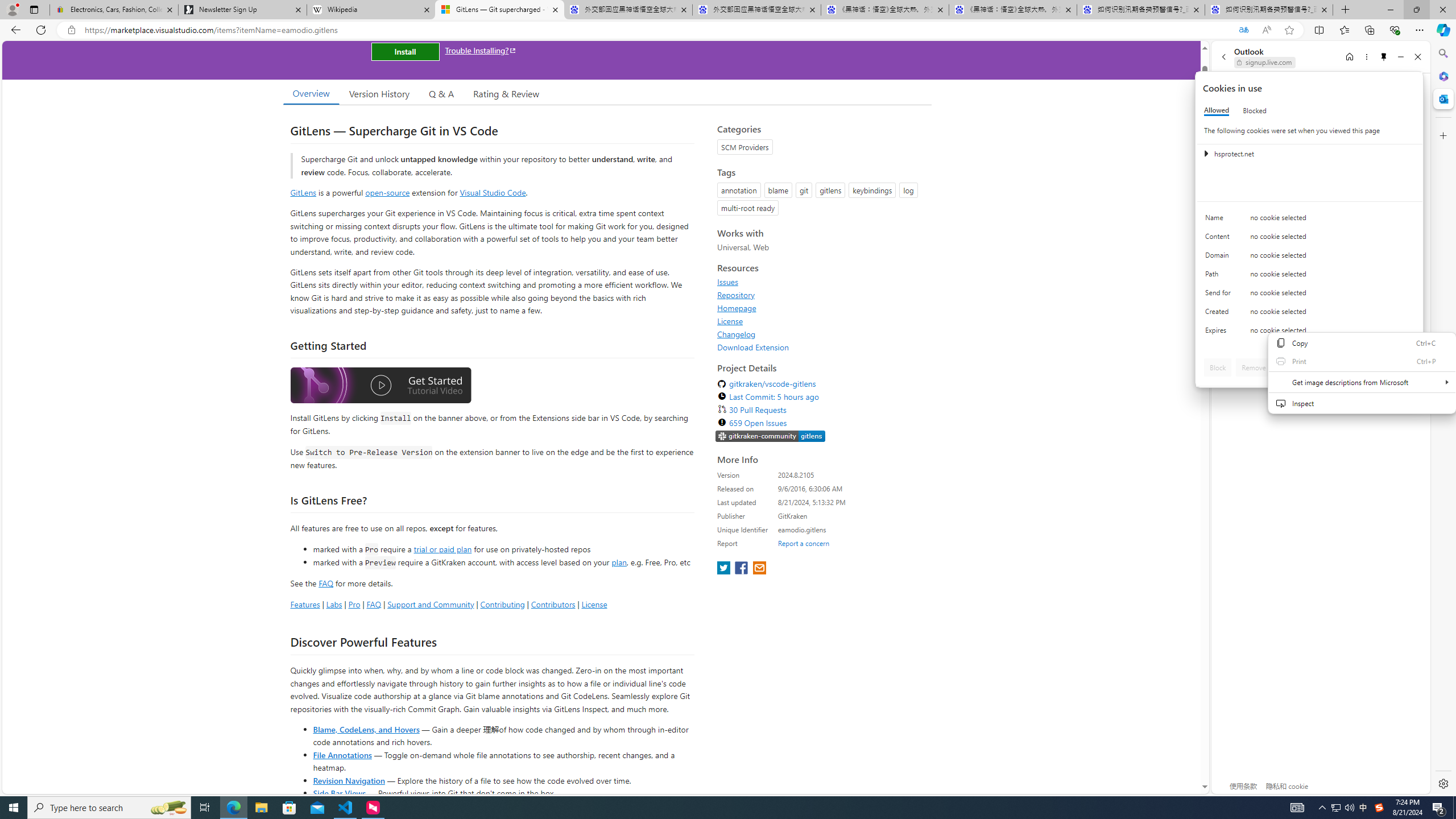  What do you see at coordinates (1219, 295) in the screenshot?
I see `'Send for'` at bounding box center [1219, 295].